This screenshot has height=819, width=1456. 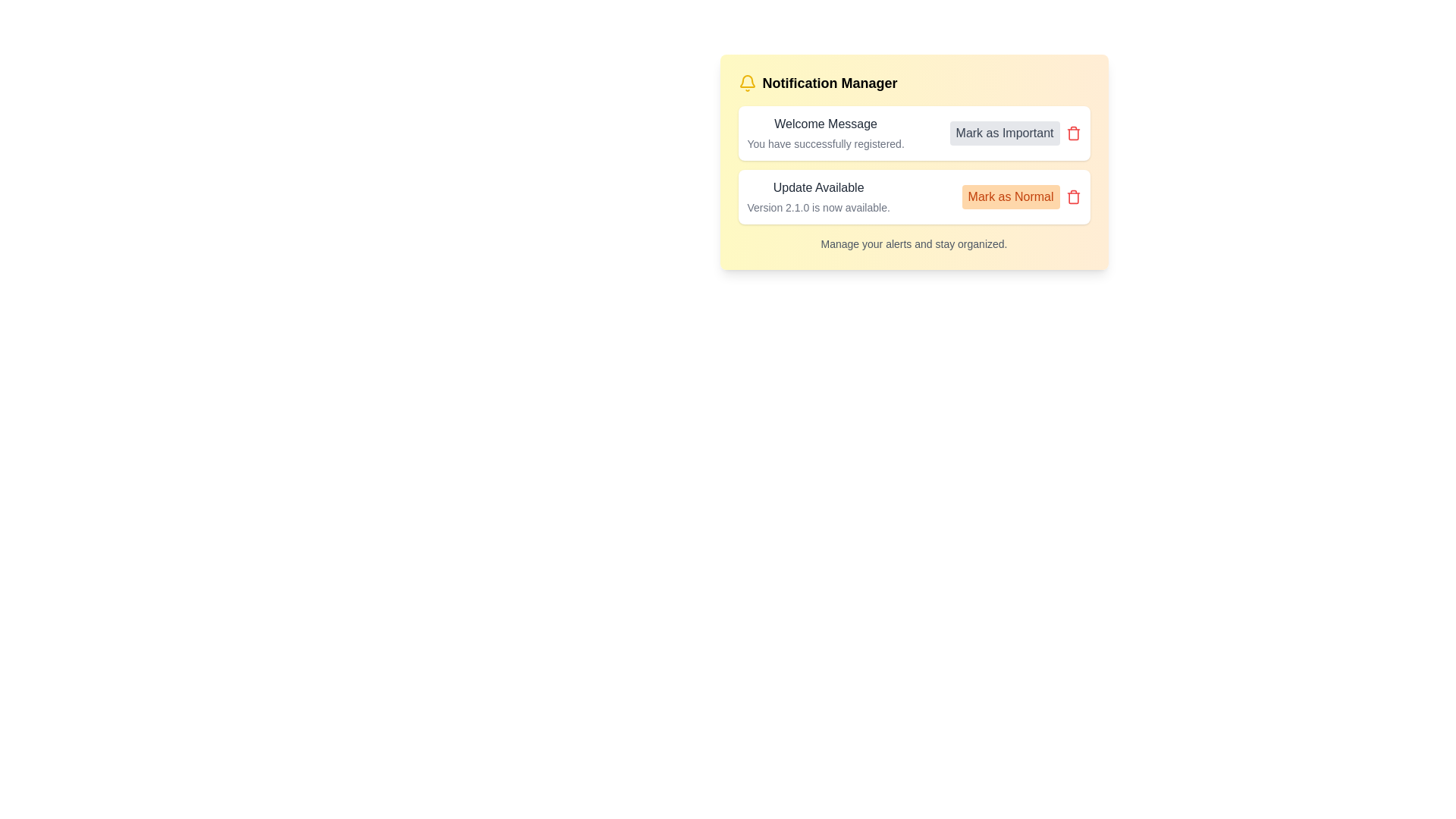 I want to click on the 'Mark as Normal' button located in the 'Update Available' row under the 'Notification Manager' heading, so click(x=1011, y=196).